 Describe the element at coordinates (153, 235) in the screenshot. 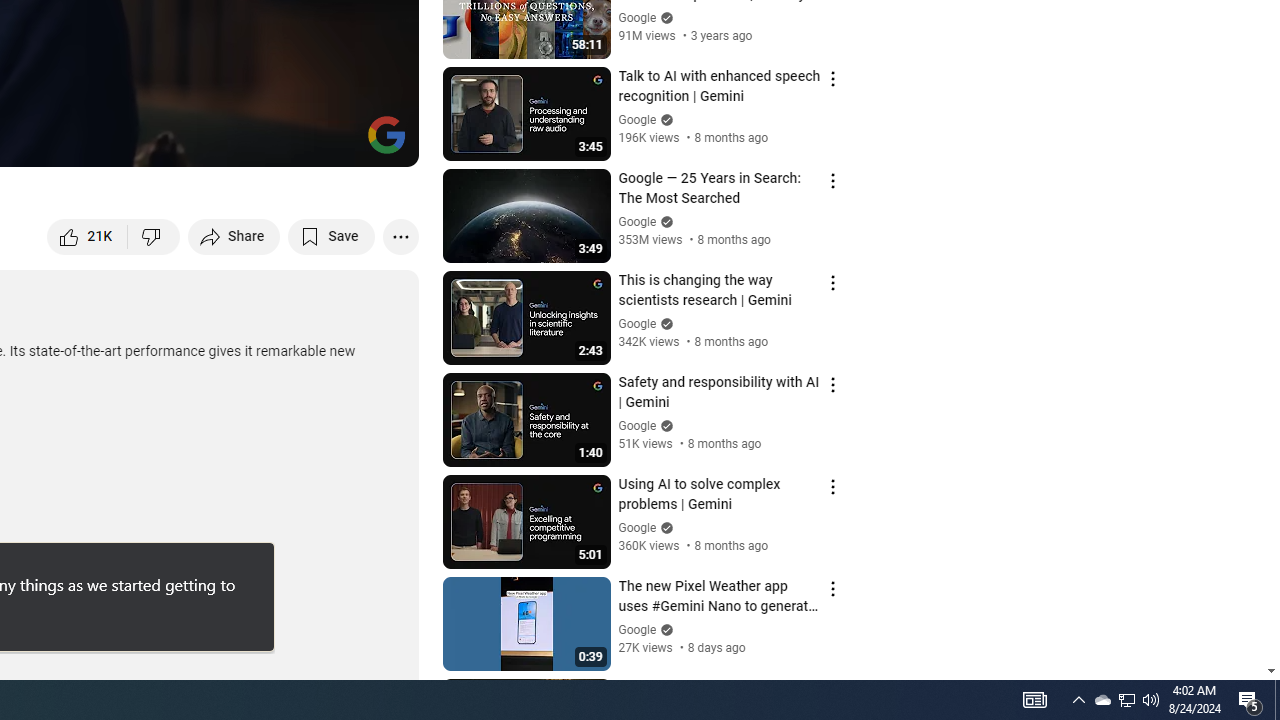

I see `'Dislike this video'` at that location.